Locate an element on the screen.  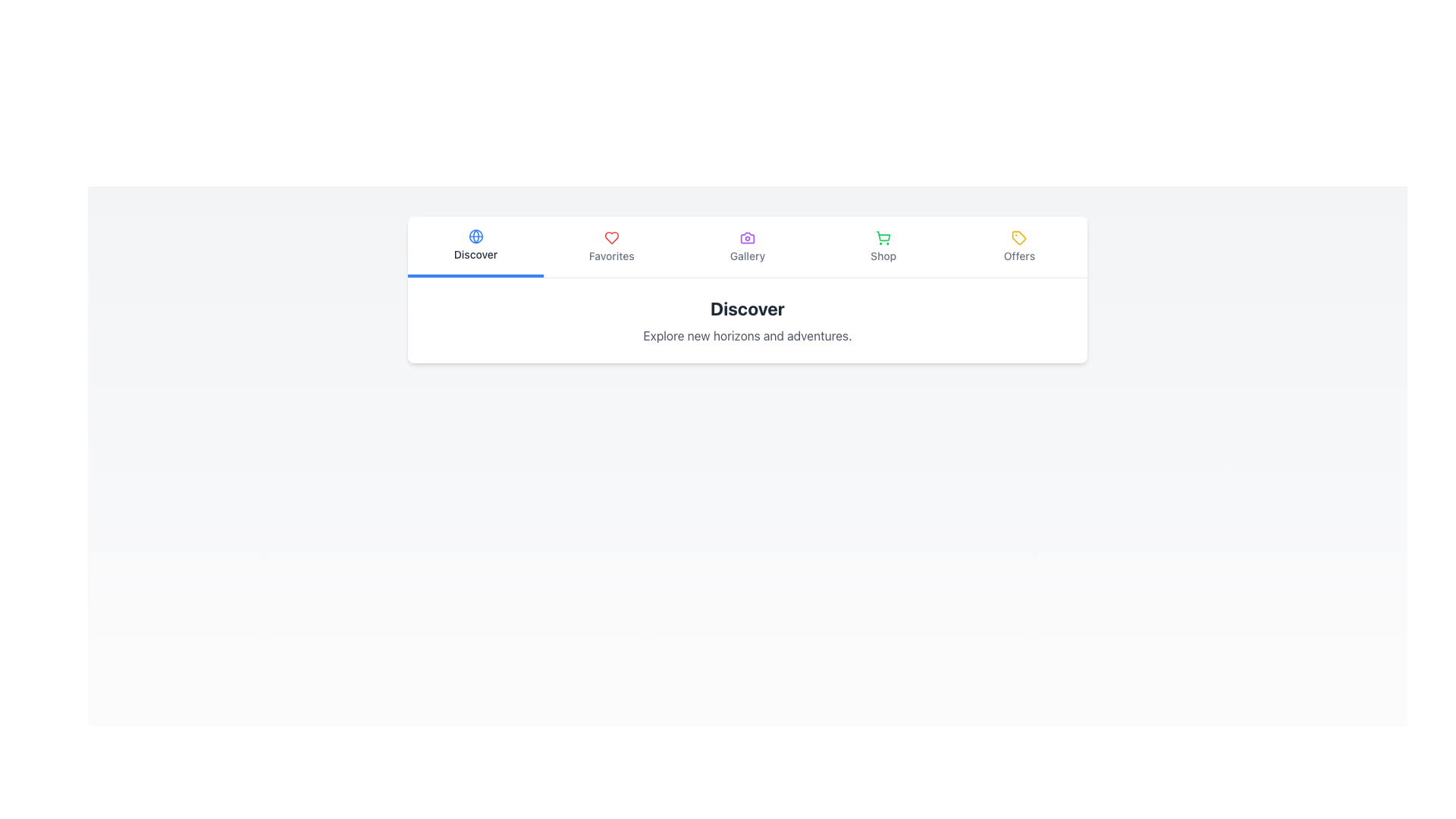
the 'Discover' button with a blue globe icon above it, which is the leftmost button in the navigation bar, to trigger visual feedback is located at coordinates (475, 246).